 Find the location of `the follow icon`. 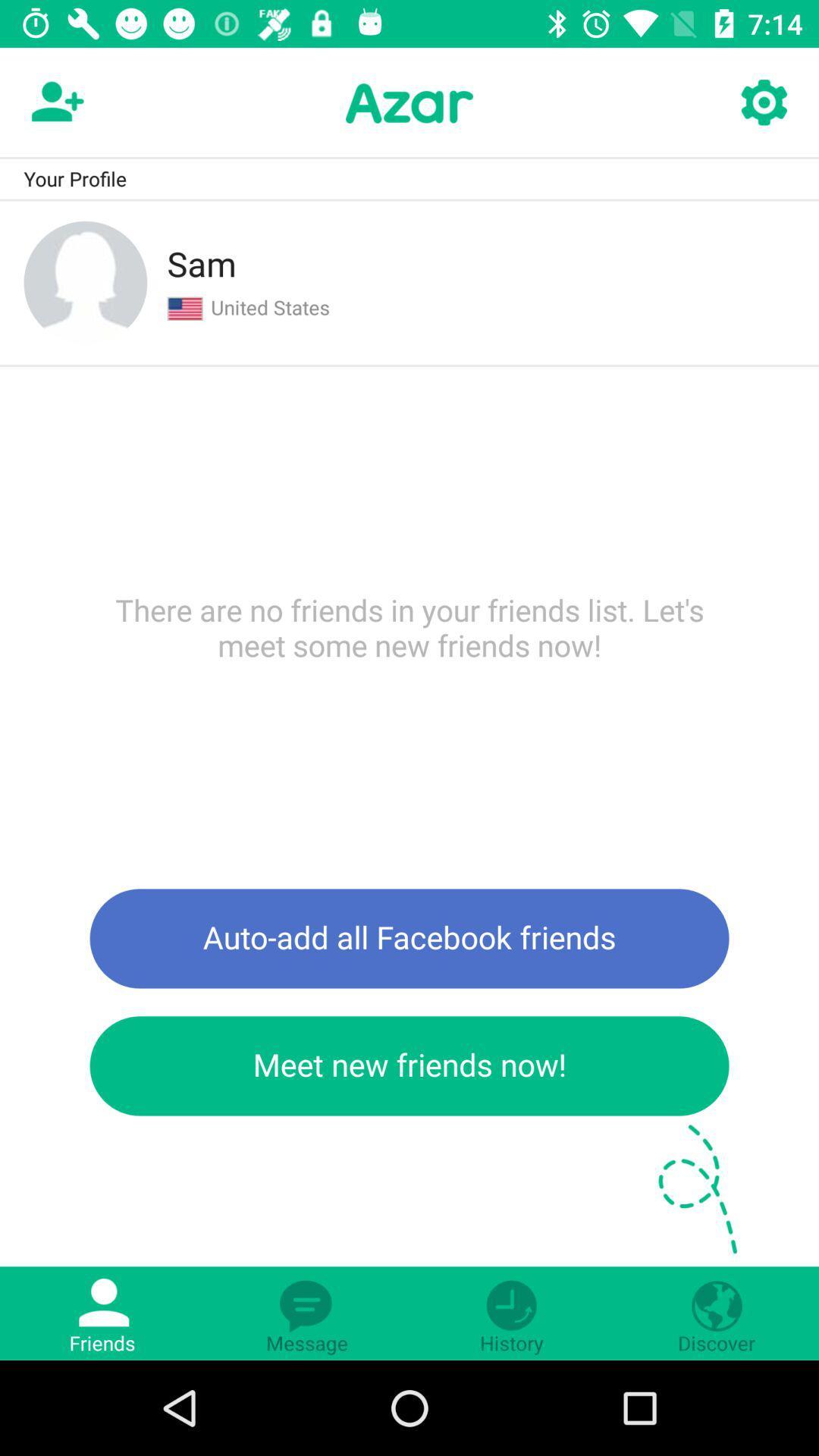

the follow icon is located at coordinates (55, 102).